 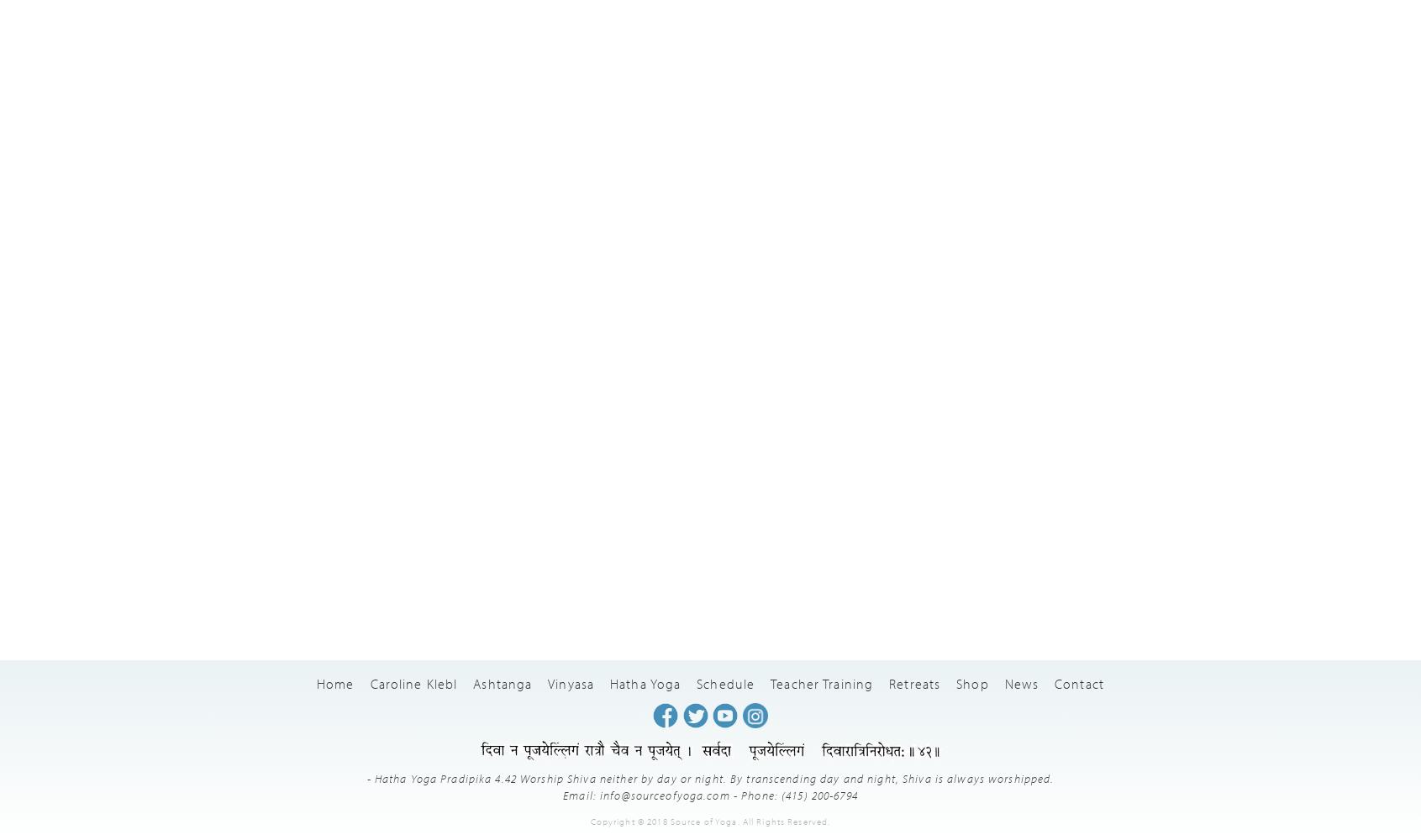 I want to click on 'Ashtanga', so click(x=502, y=682).